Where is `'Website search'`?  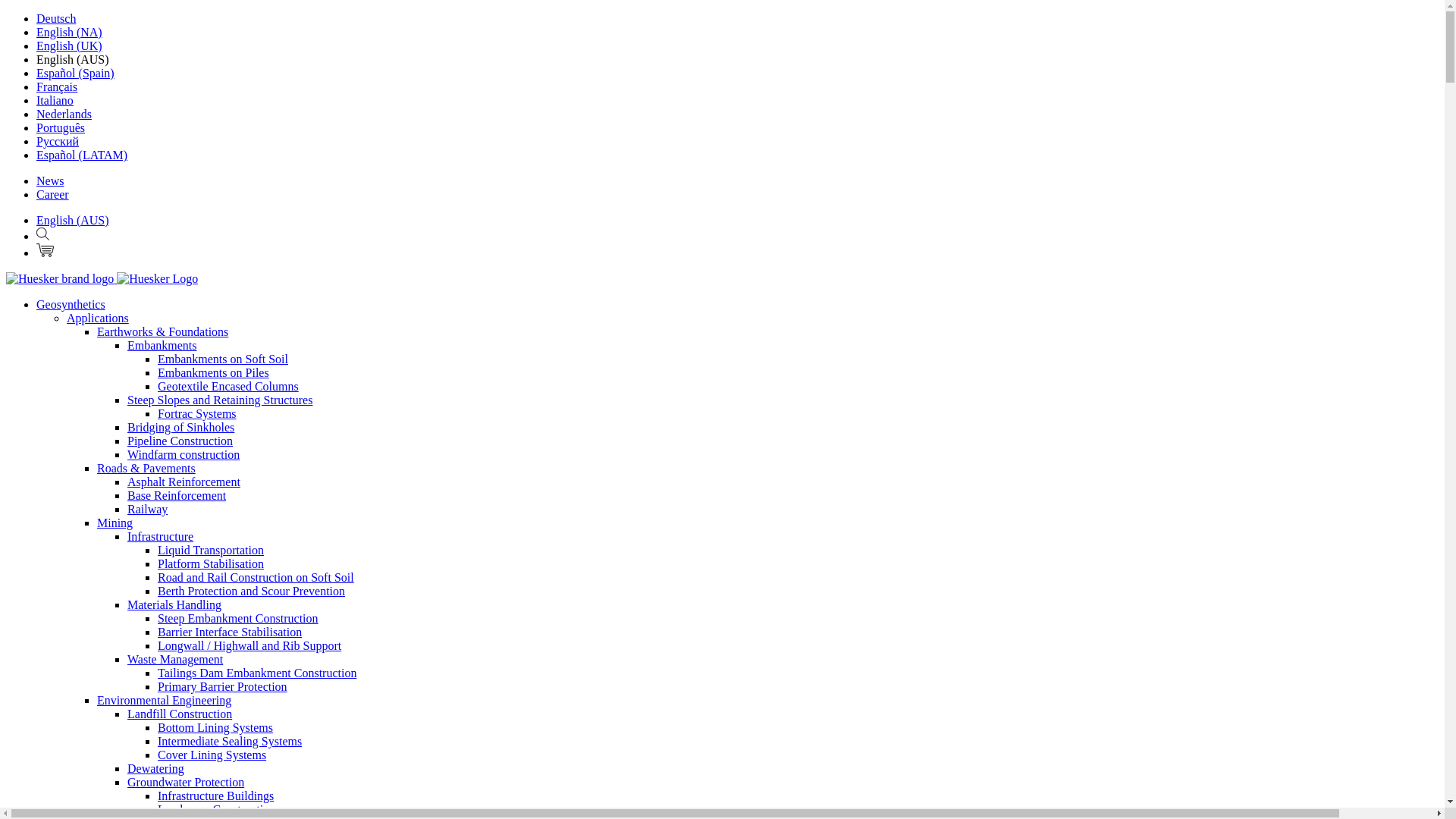 'Website search' is located at coordinates (42, 234).